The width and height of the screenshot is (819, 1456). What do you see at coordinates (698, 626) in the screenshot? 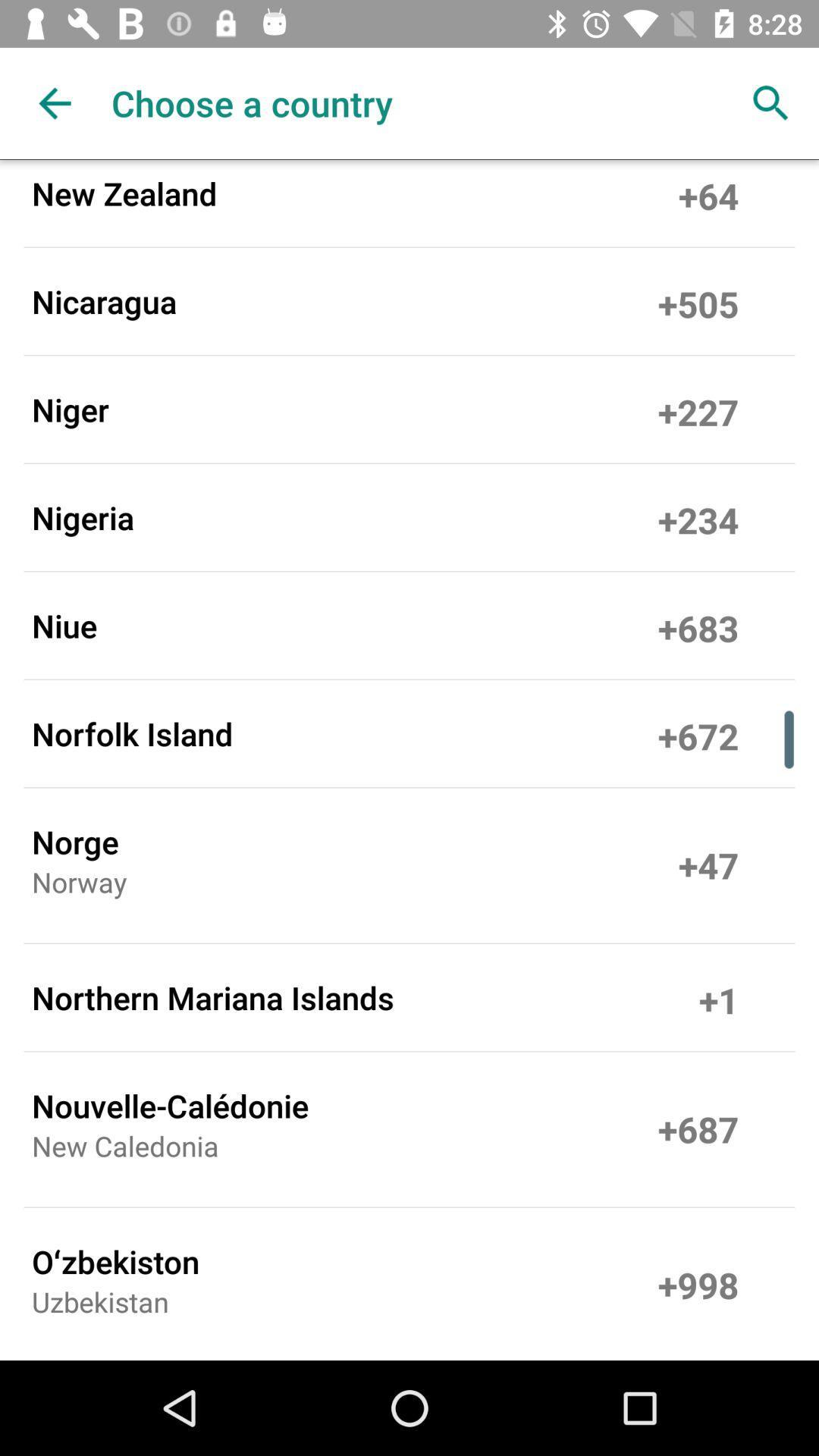
I see `the icon to the right of the niue` at bounding box center [698, 626].